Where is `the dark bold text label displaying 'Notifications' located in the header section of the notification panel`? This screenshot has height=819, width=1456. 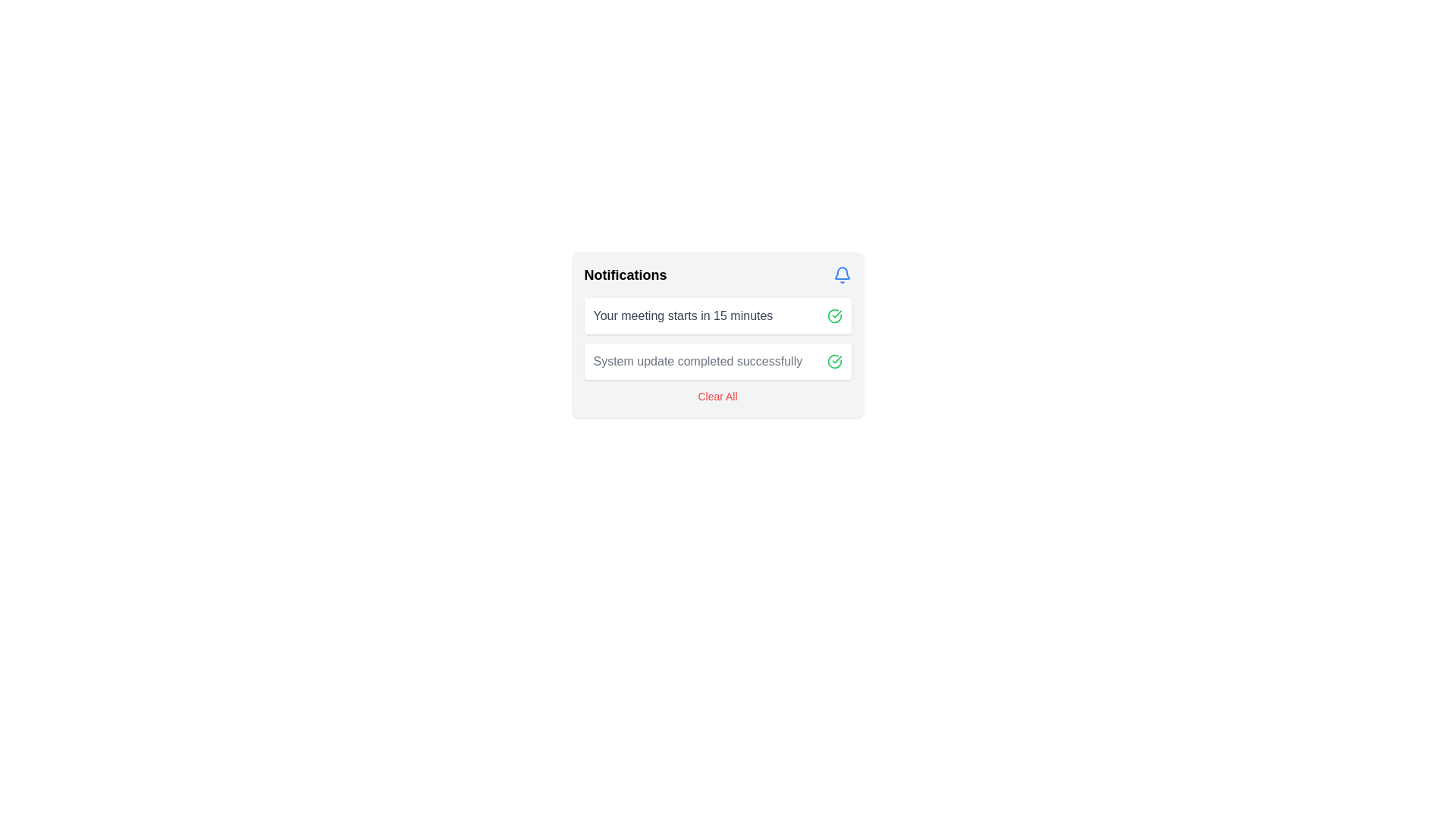
the dark bold text label displaying 'Notifications' located in the header section of the notification panel is located at coordinates (626, 275).